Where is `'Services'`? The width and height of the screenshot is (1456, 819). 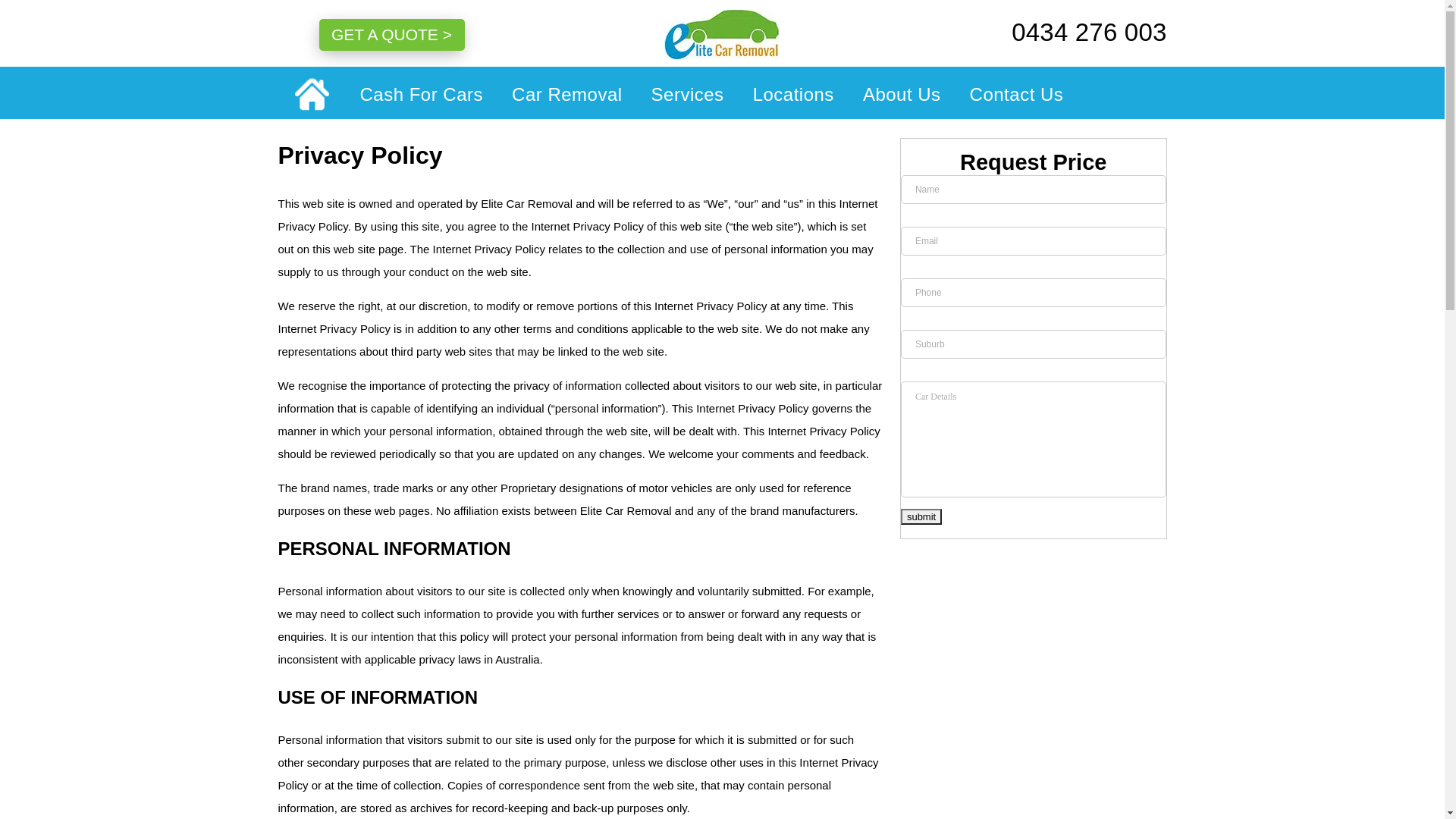
'Services' is located at coordinates (687, 93).